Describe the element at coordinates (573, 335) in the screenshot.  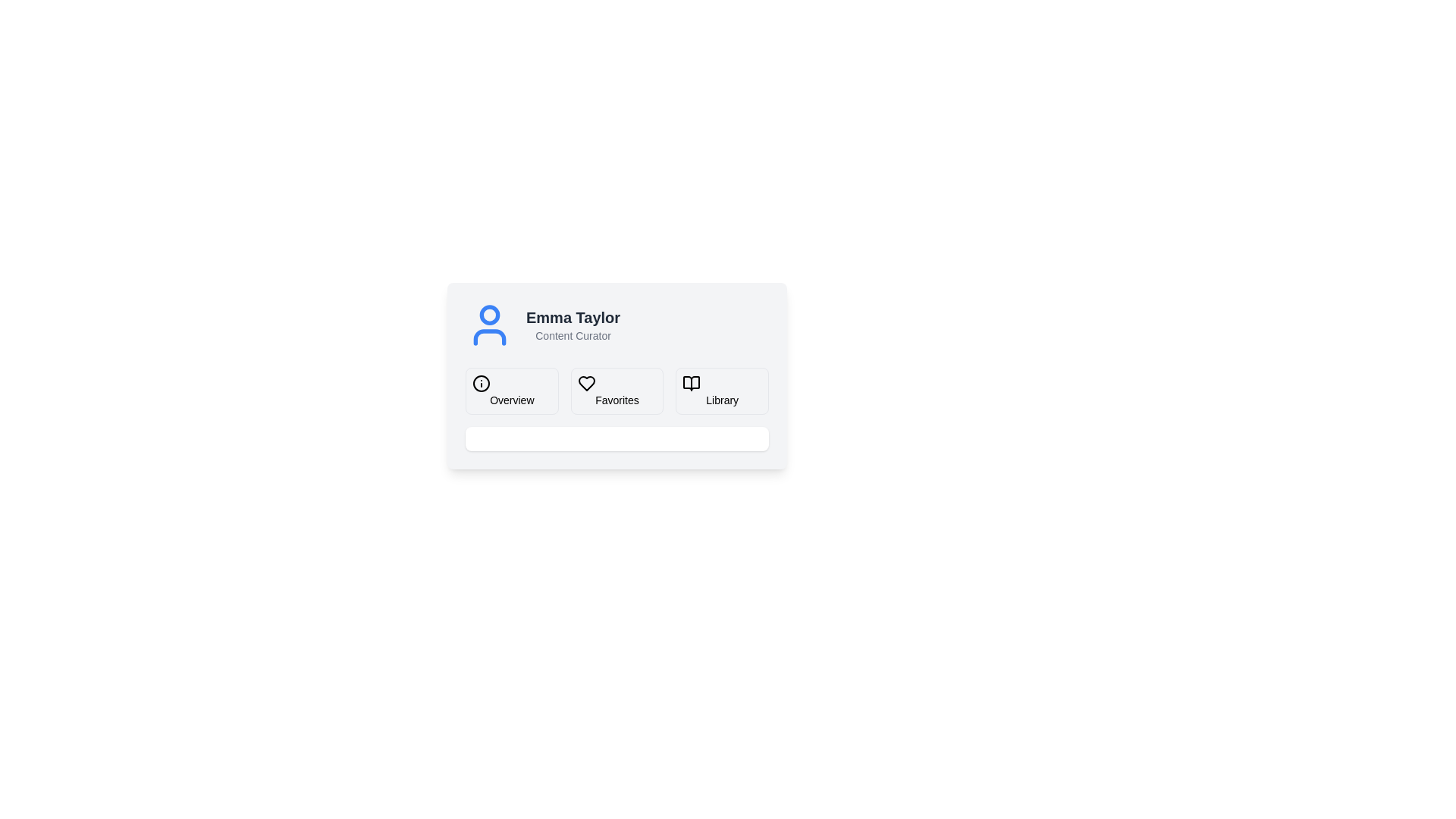
I see `the text label reading 'Content Curator', which is styled in gray sans-serif font and positioned directly below the larger text 'Emma Taylor'` at that location.